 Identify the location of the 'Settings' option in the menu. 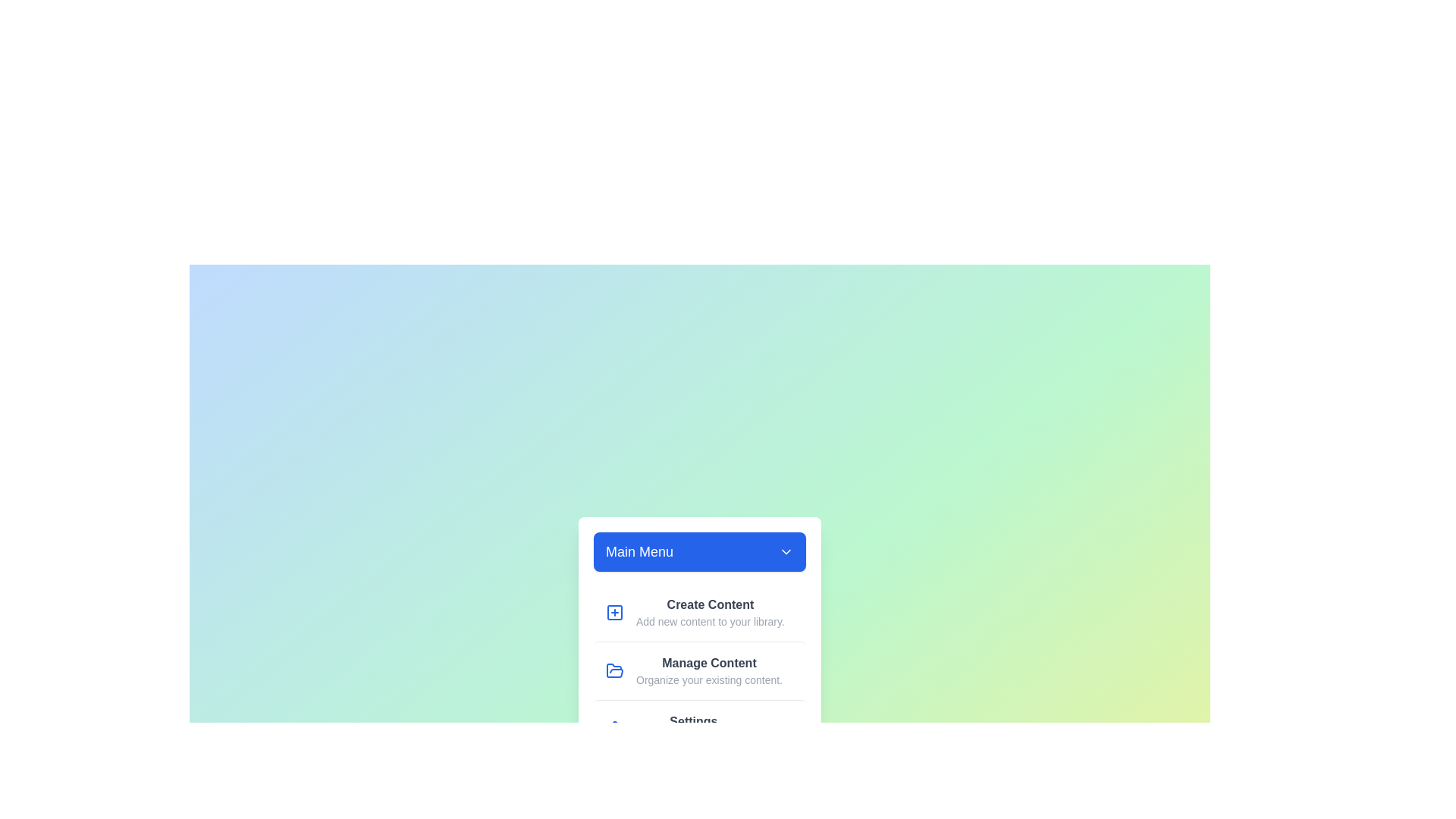
(698, 727).